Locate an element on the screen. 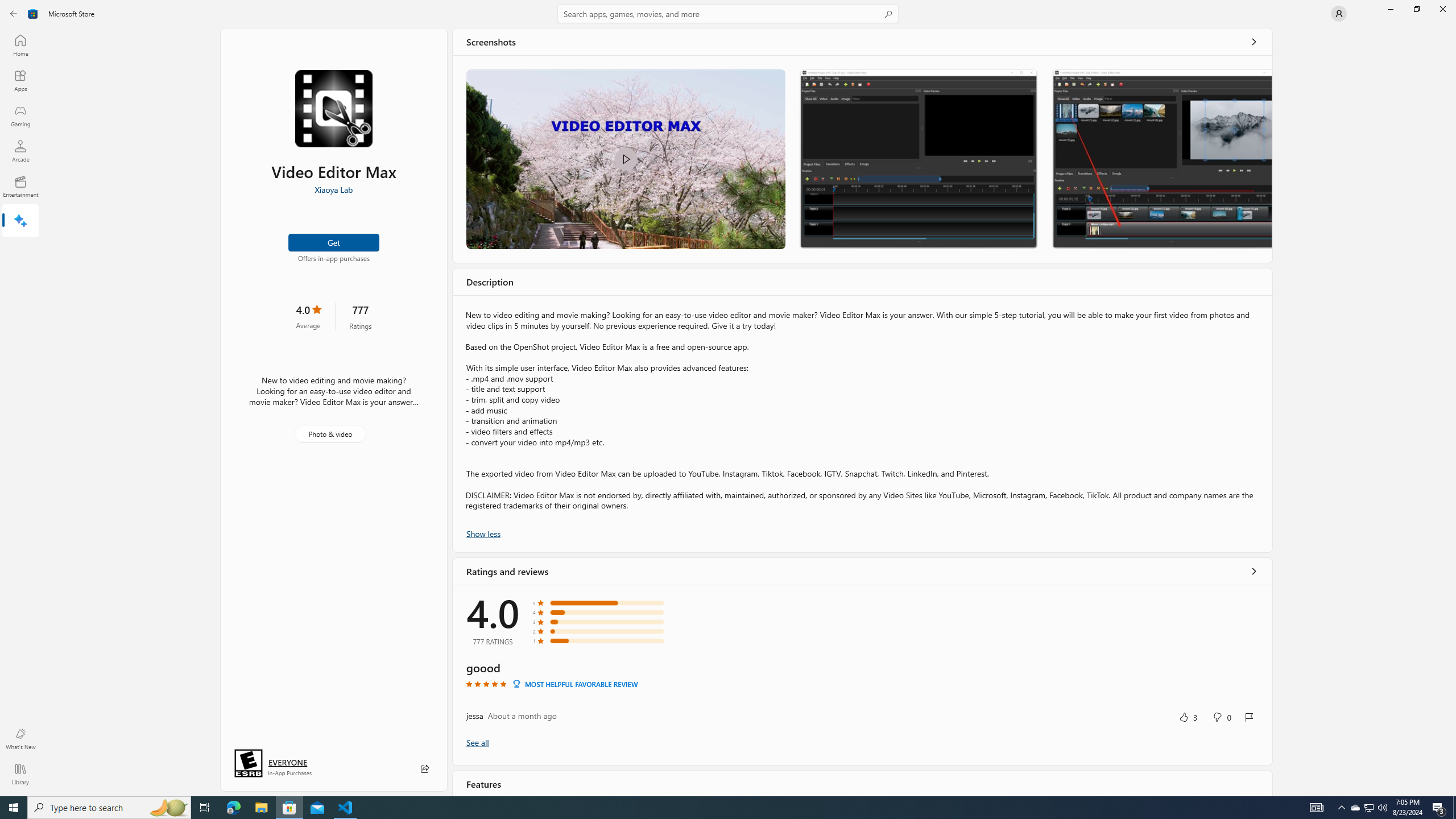 This screenshot has width=1456, height=819. 'Screenshot 3' is located at coordinates (1161, 159).